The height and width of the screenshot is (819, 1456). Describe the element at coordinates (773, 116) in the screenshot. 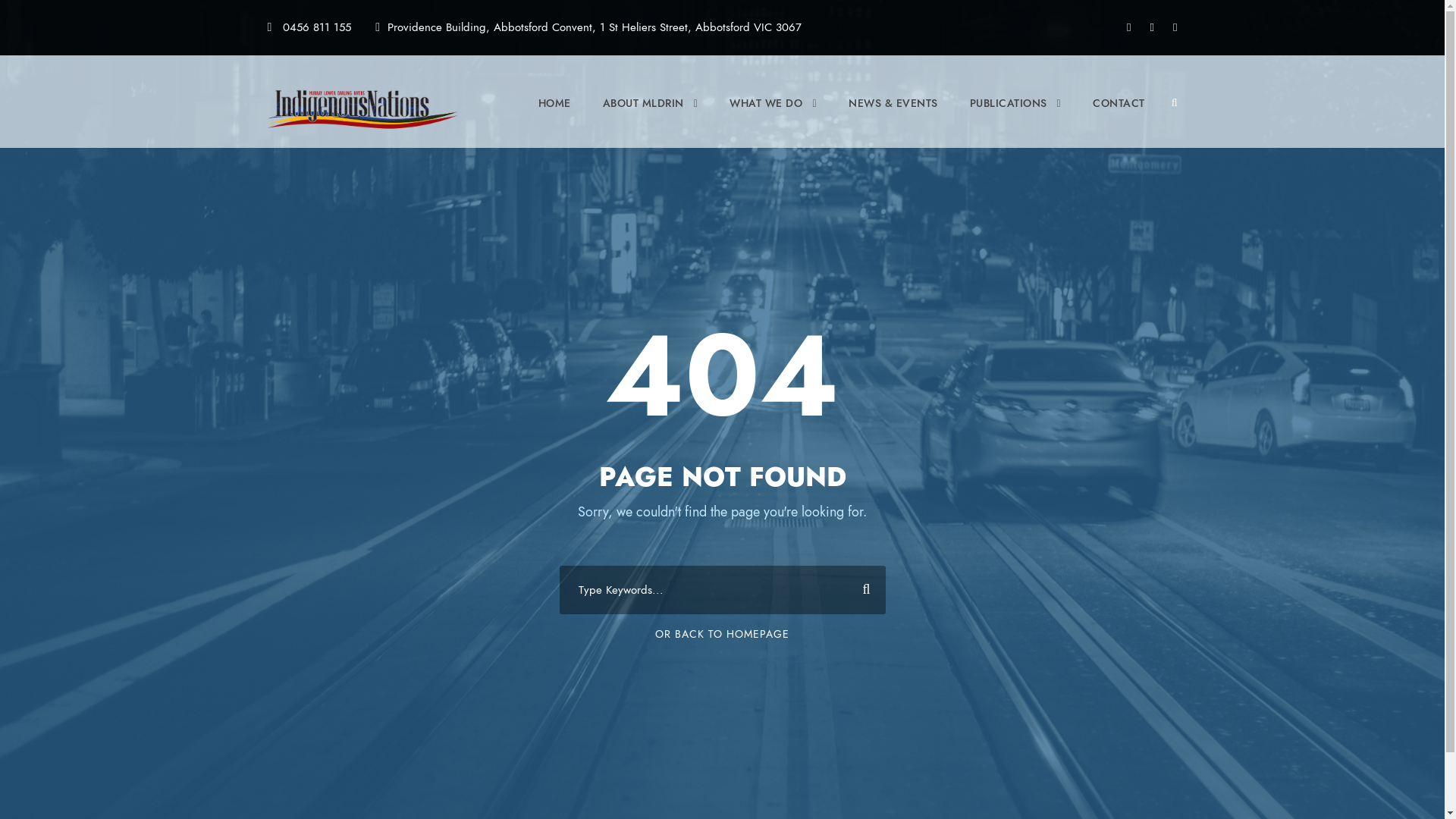

I see `'WHAT WE DO'` at that location.